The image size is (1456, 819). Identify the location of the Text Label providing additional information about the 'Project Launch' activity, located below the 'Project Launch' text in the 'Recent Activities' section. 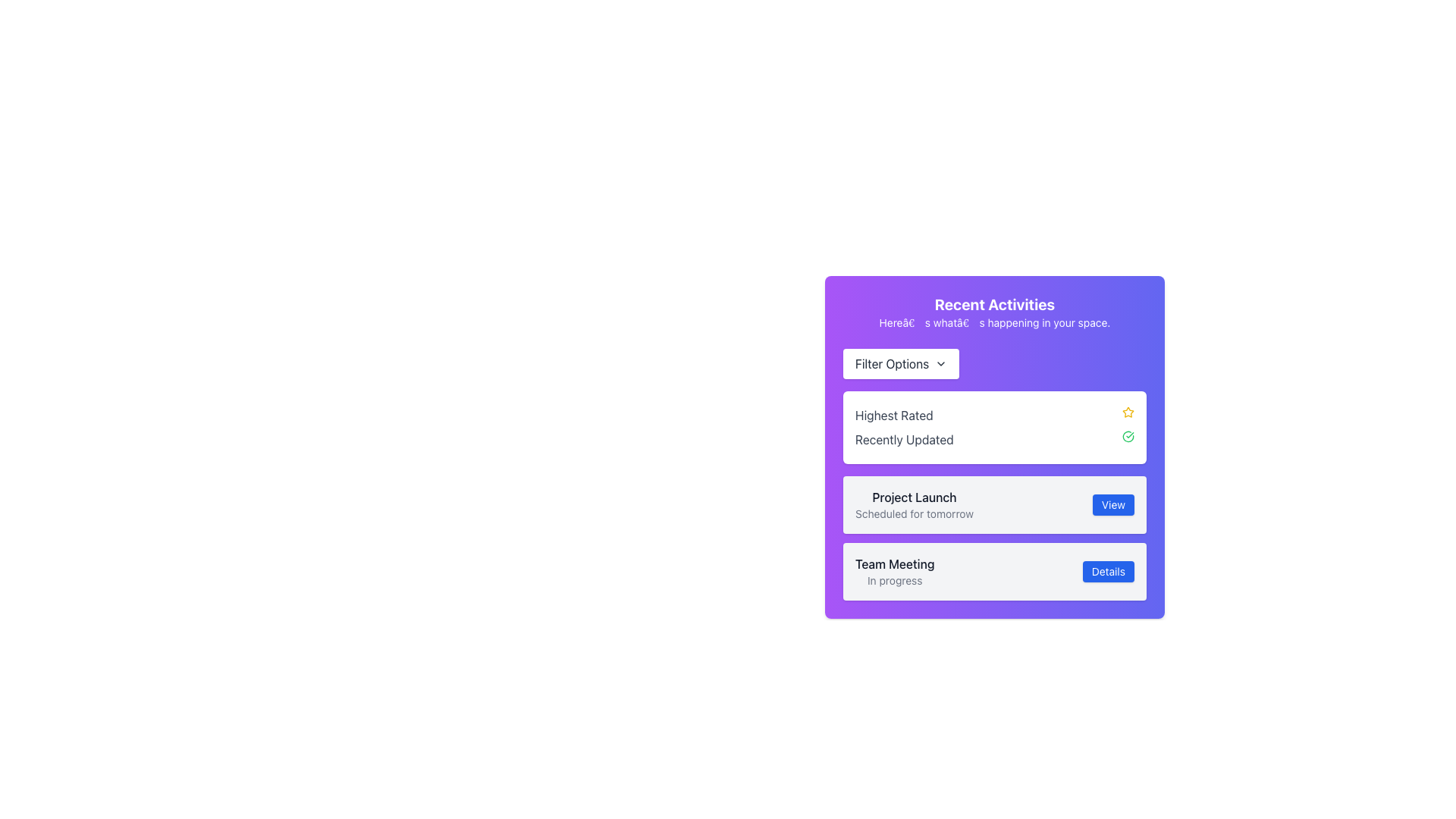
(913, 513).